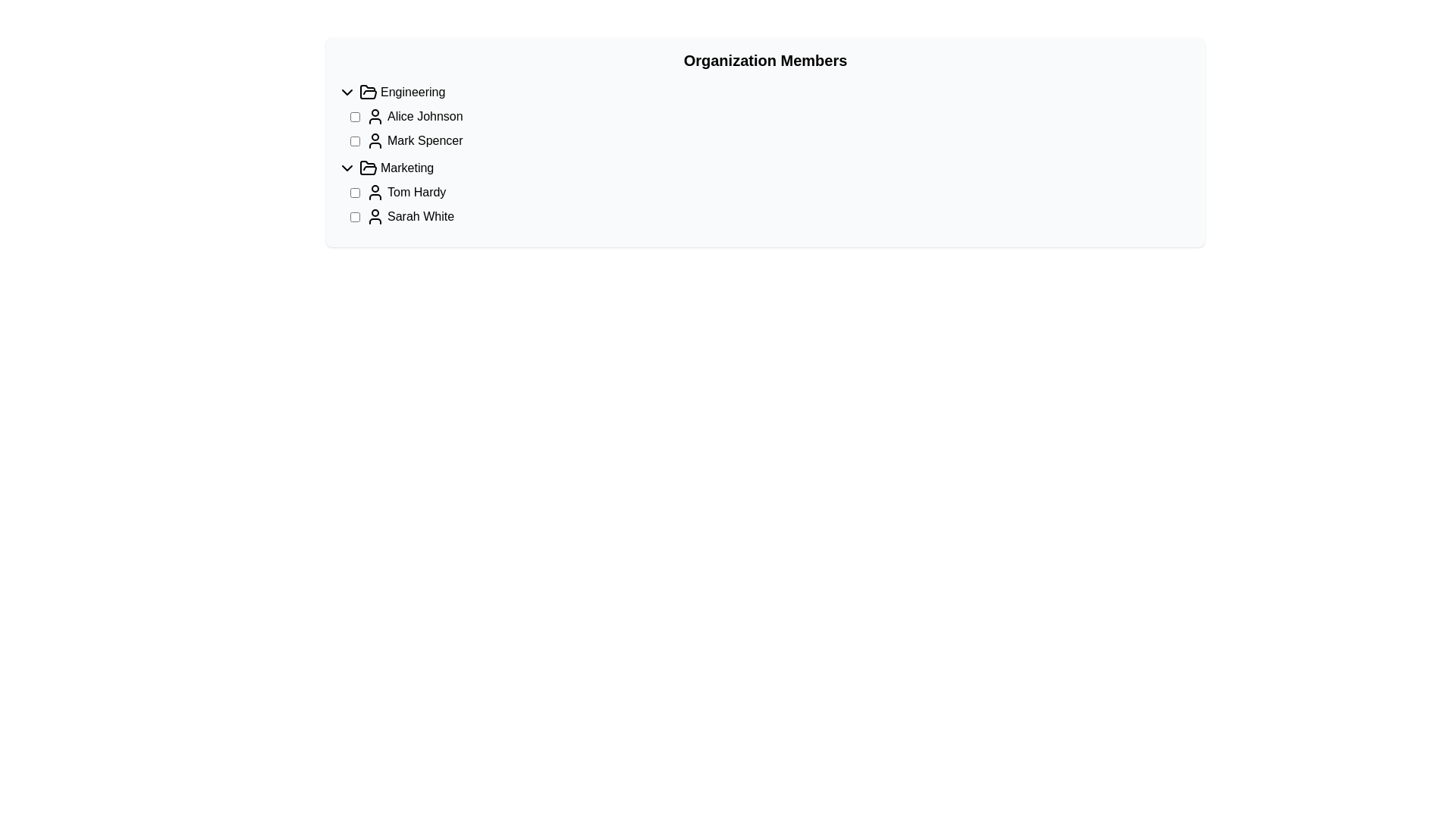  What do you see at coordinates (391, 93) in the screenshot?
I see `the Category header labeled 'Engineering' with a folder icon` at bounding box center [391, 93].